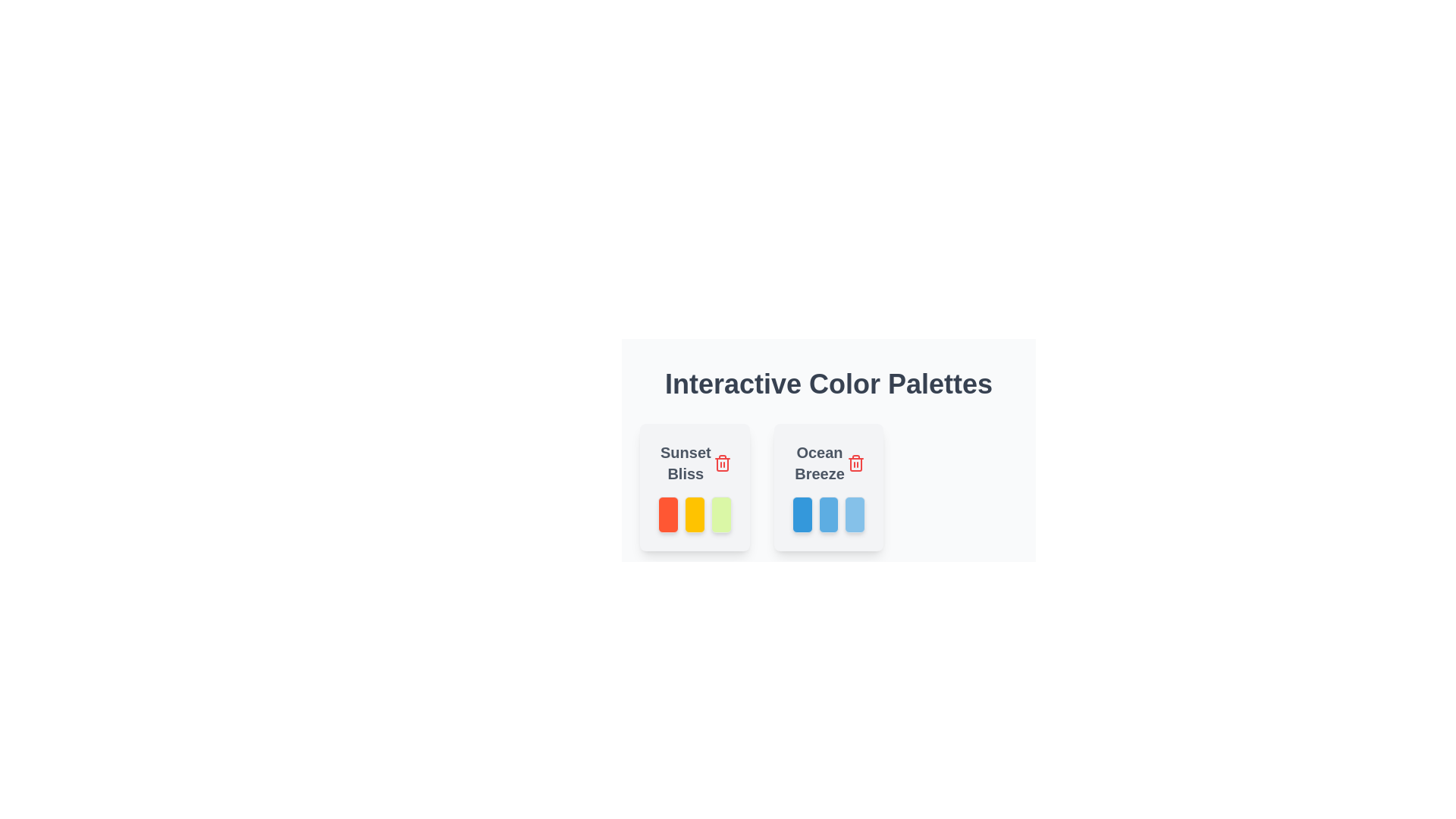 The image size is (1456, 819). What do you see at coordinates (855, 513) in the screenshot?
I see `the light blue rounded rectangular selectable color box positioned as the third element in the 'Ocean Breeze' color palette` at bounding box center [855, 513].